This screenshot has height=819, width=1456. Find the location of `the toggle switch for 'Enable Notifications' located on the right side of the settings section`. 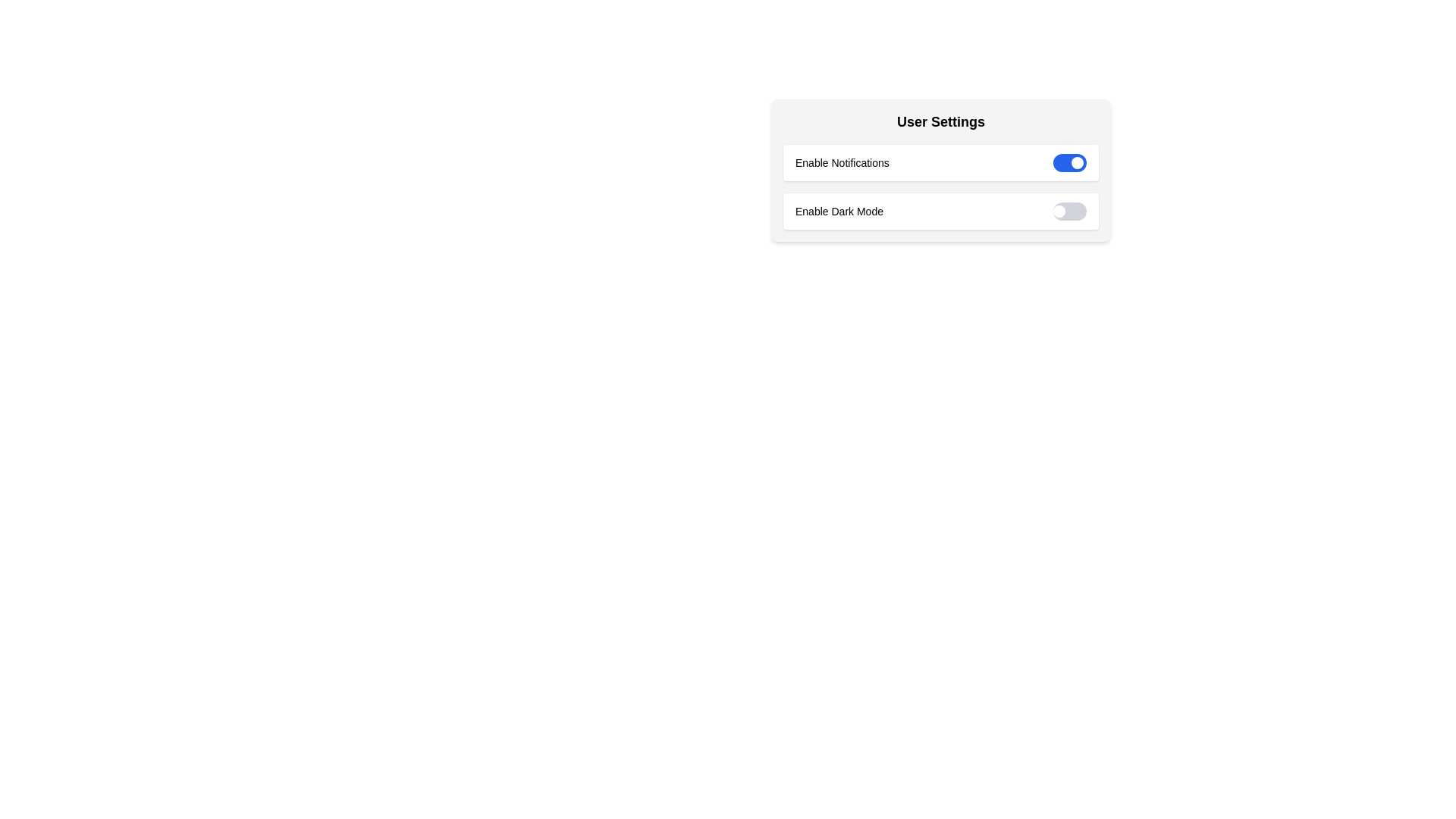

the toggle switch for 'Enable Notifications' located on the right side of the settings section is located at coordinates (1069, 163).